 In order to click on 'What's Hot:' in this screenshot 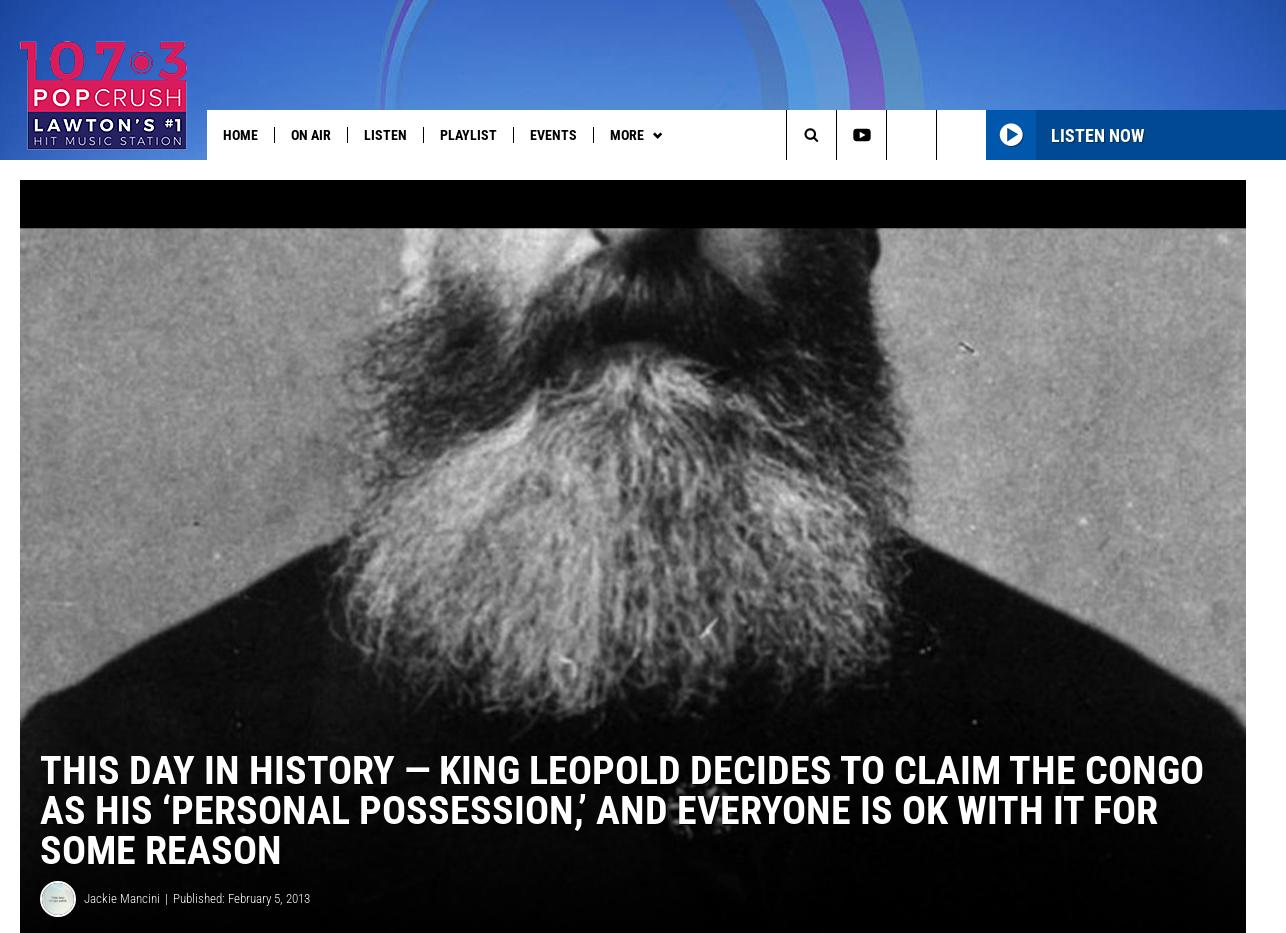, I will do `click(52, 175)`.